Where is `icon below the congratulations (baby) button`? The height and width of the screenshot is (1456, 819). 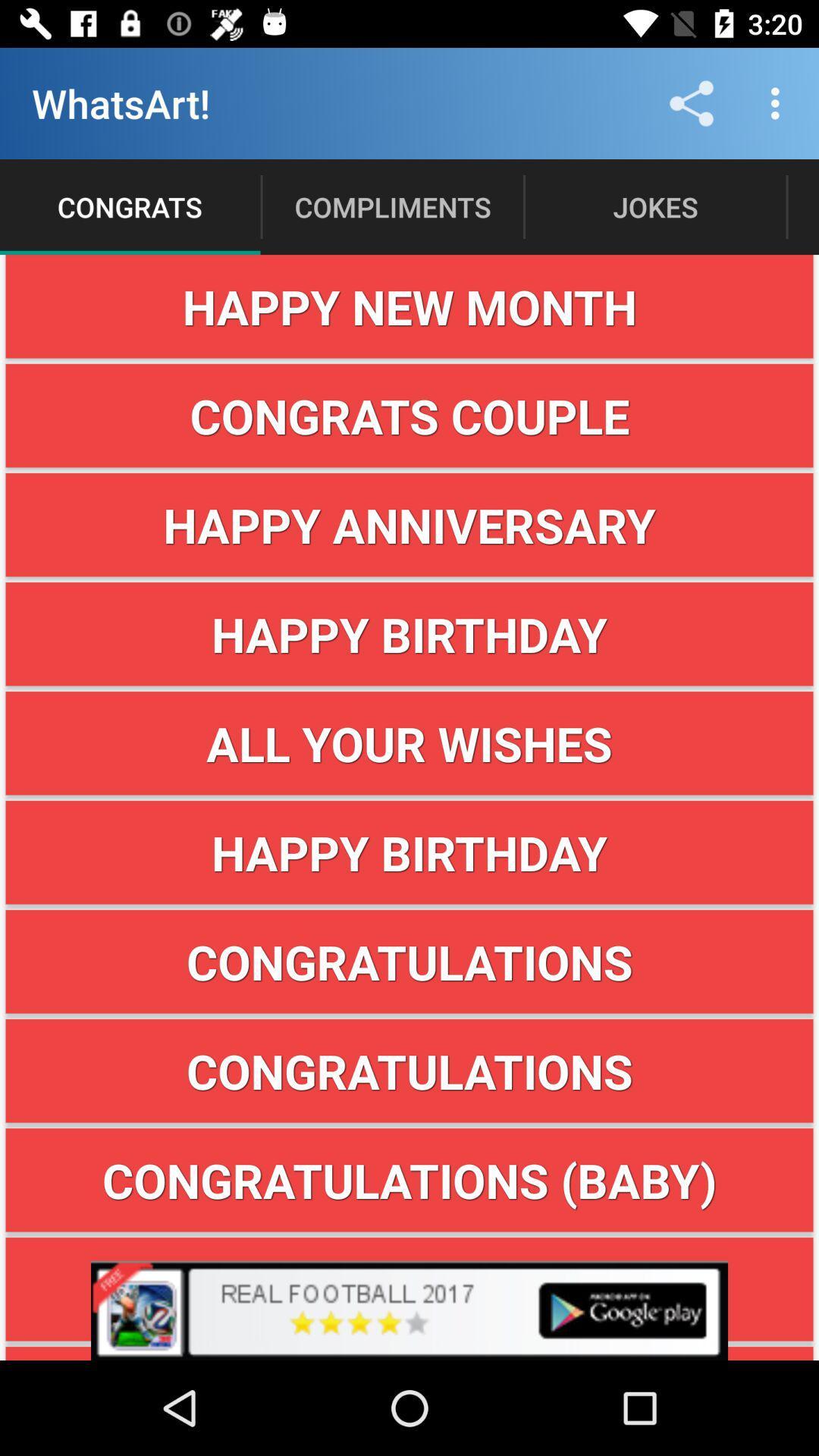
icon below the congratulations (baby) button is located at coordinates (409, 1310).